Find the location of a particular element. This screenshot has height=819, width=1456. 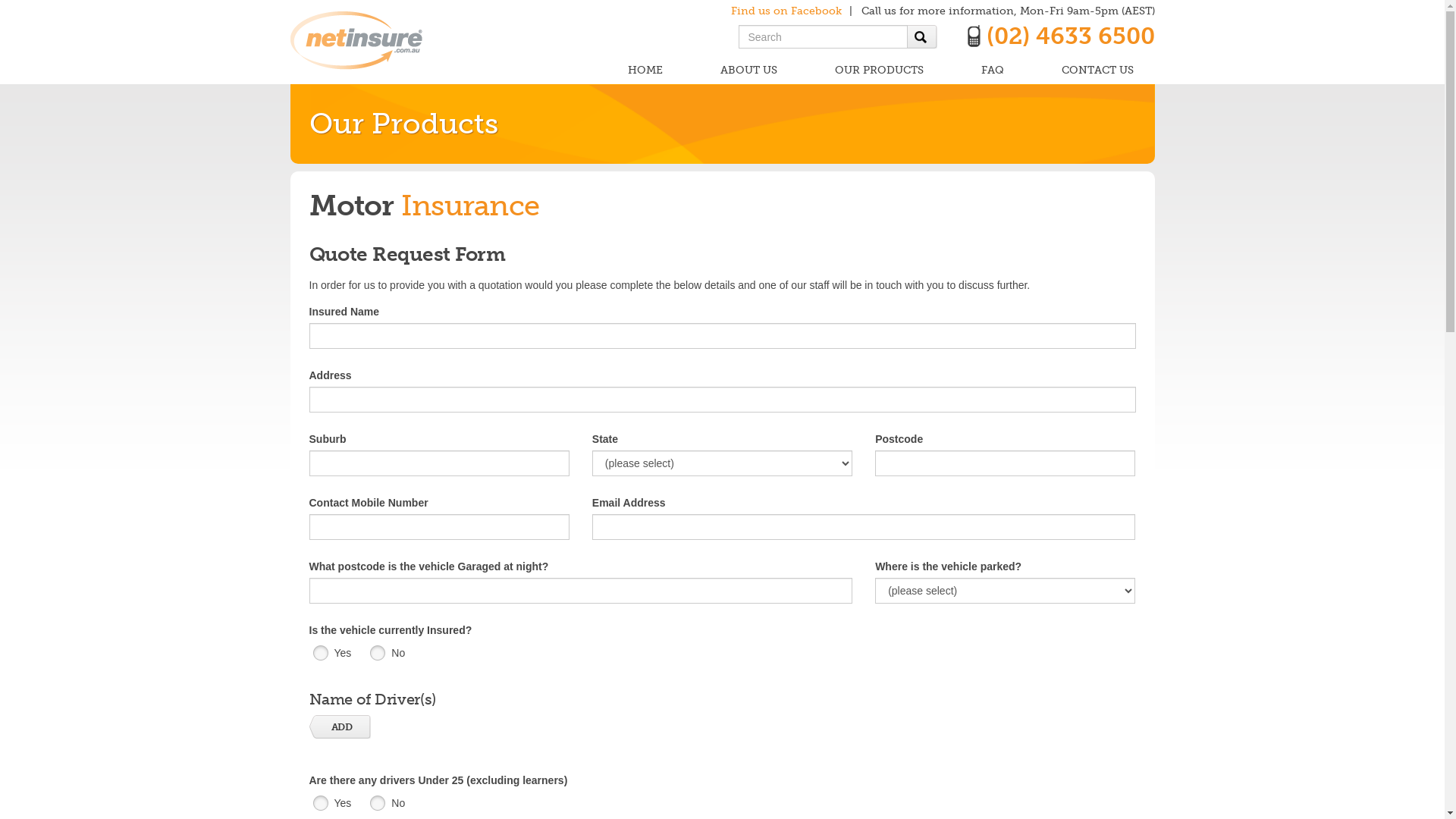

'ABOUT US' is located at coordinates (748, 70).